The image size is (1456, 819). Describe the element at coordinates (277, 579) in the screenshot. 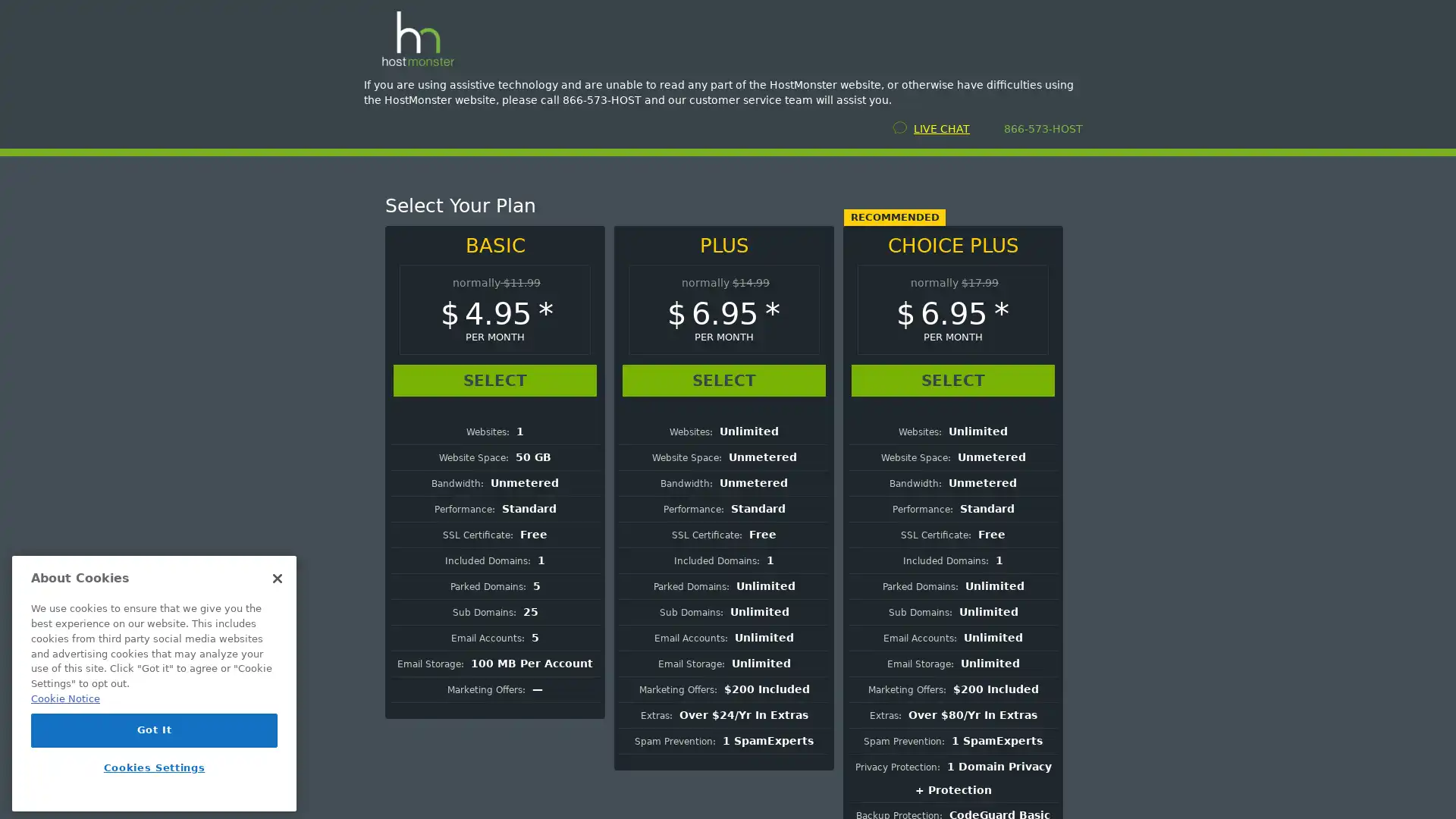

I see `Close` at that location.